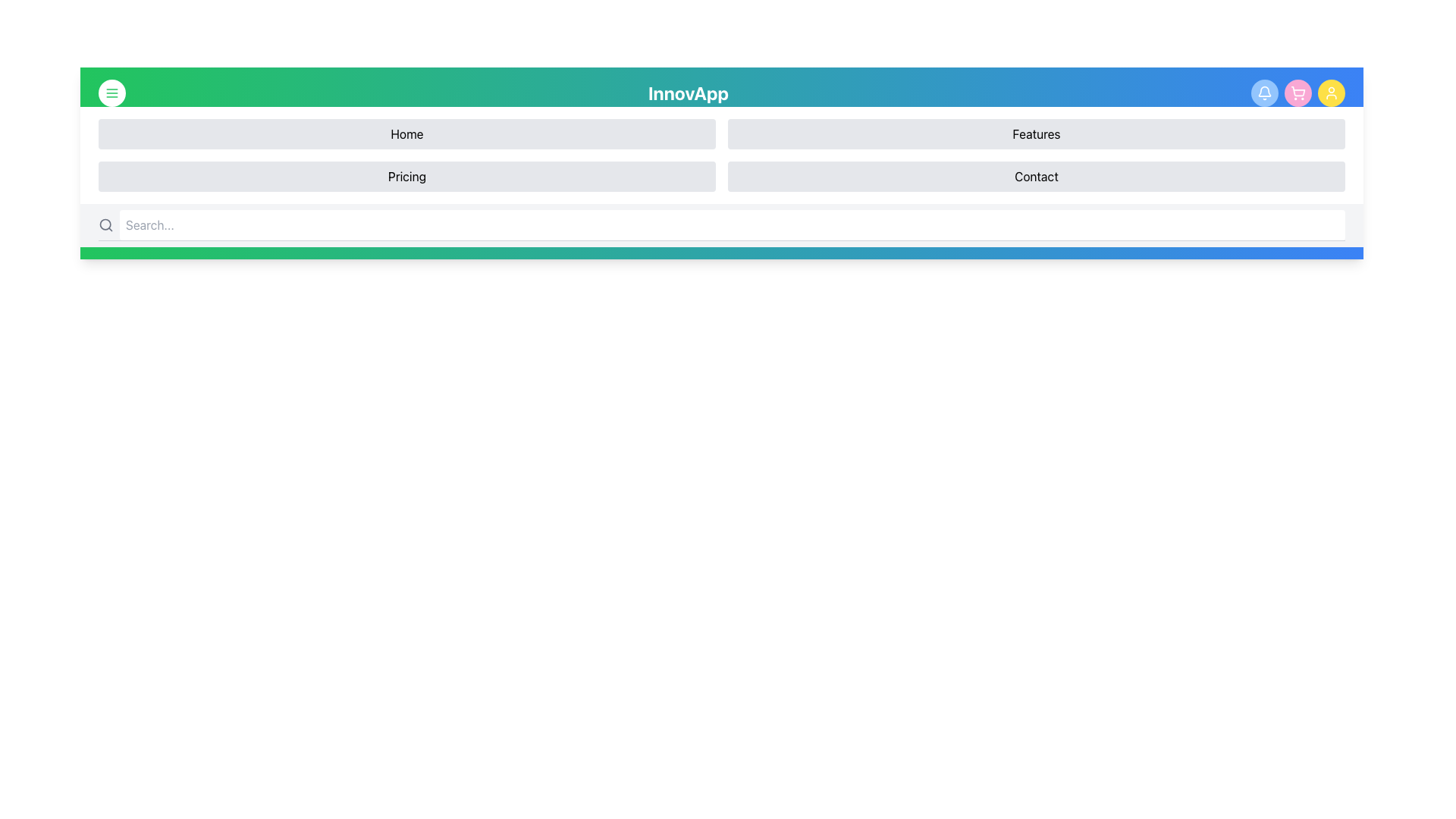 The height and width of the screenshot is (819, 1456). Describe the element at coordinates (1265, 93) in the screenshot. I see `the circular icon button with a light blue background and a bell icon in the top-right section of the user interface` at that location.